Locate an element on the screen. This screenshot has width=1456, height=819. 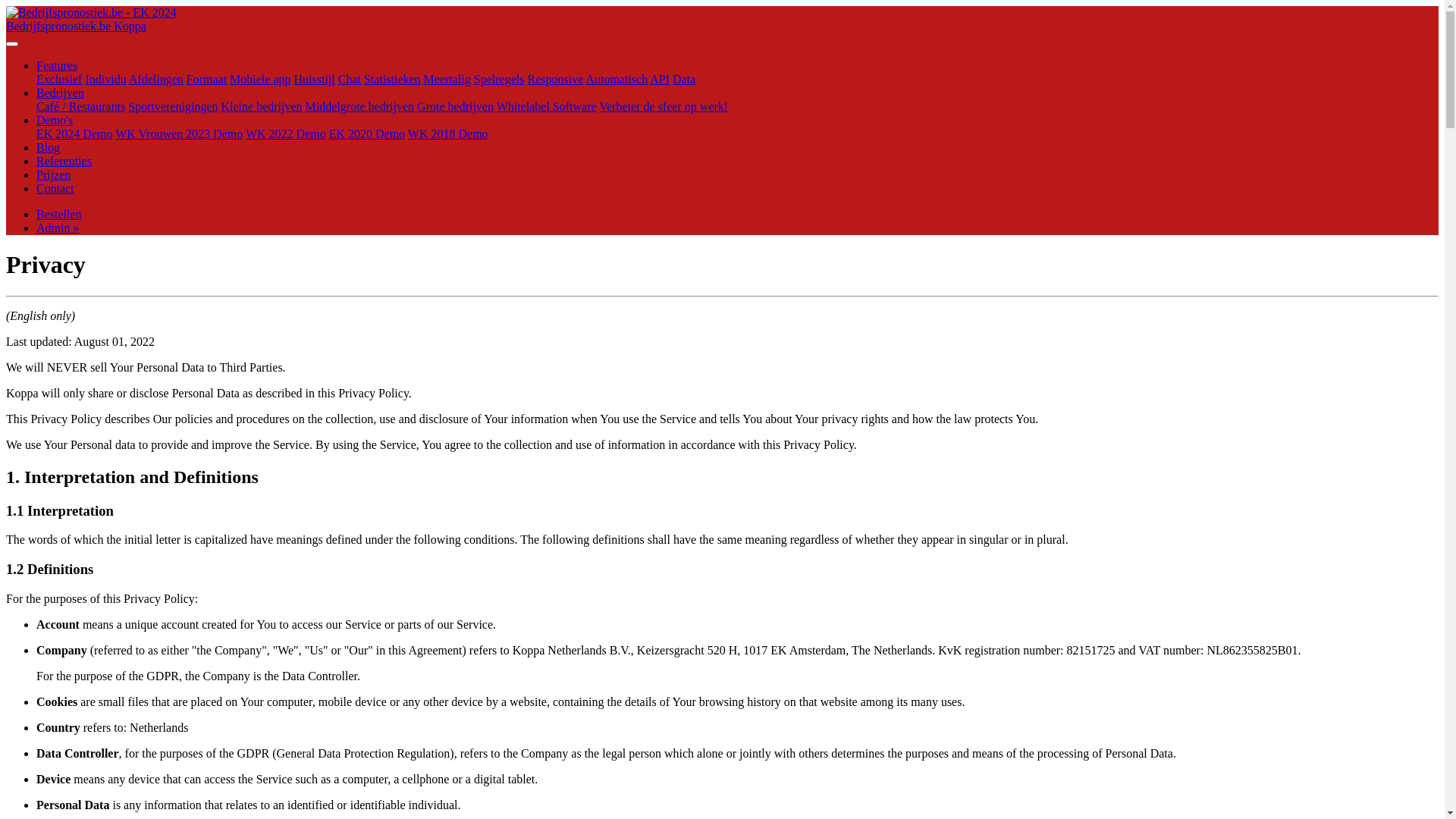
'EK 2024 Demo' is located at coordinates (73, 133).